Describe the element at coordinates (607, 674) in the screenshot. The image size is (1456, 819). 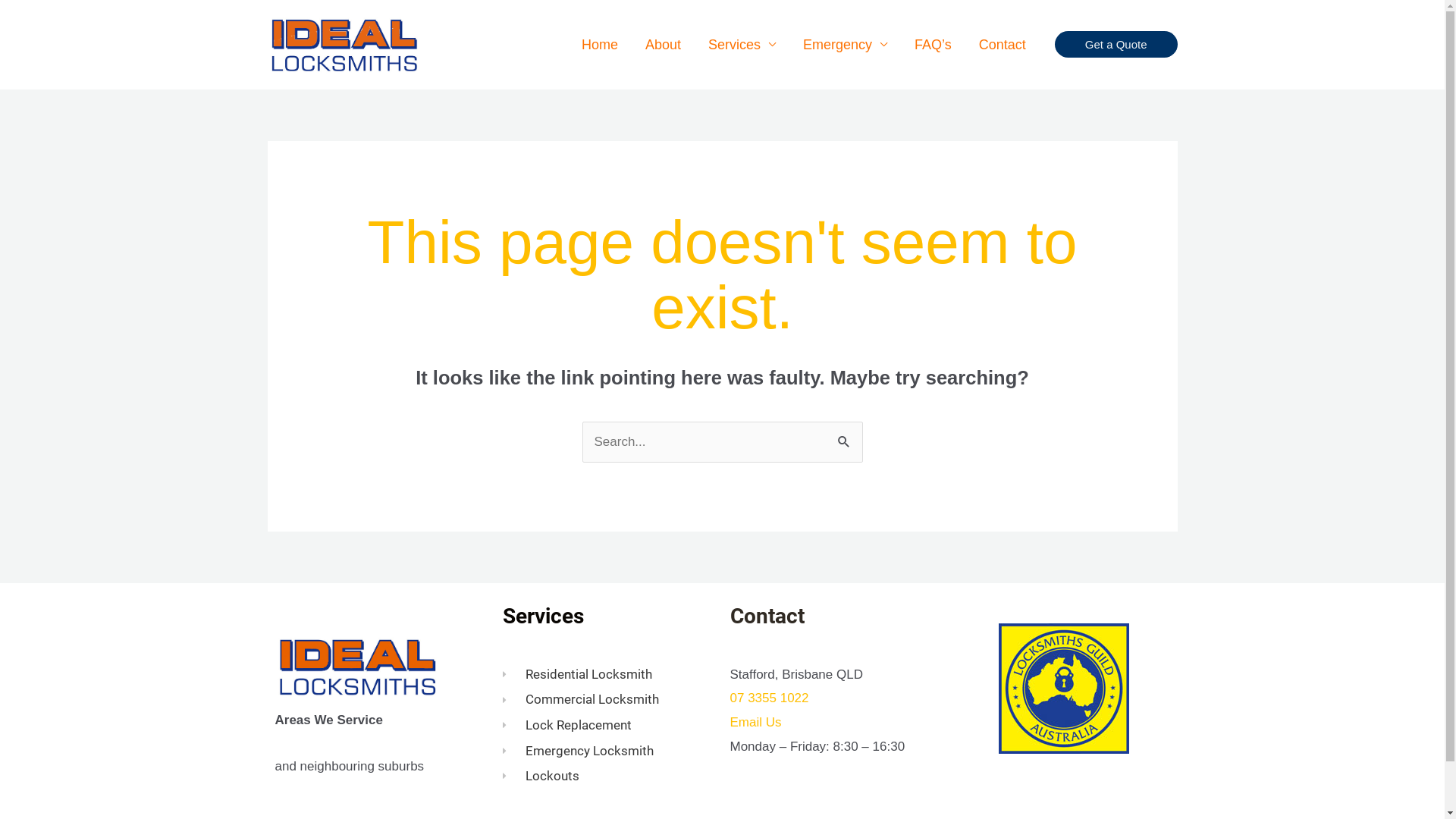
I see `'Residential Locksmith'` at that location.